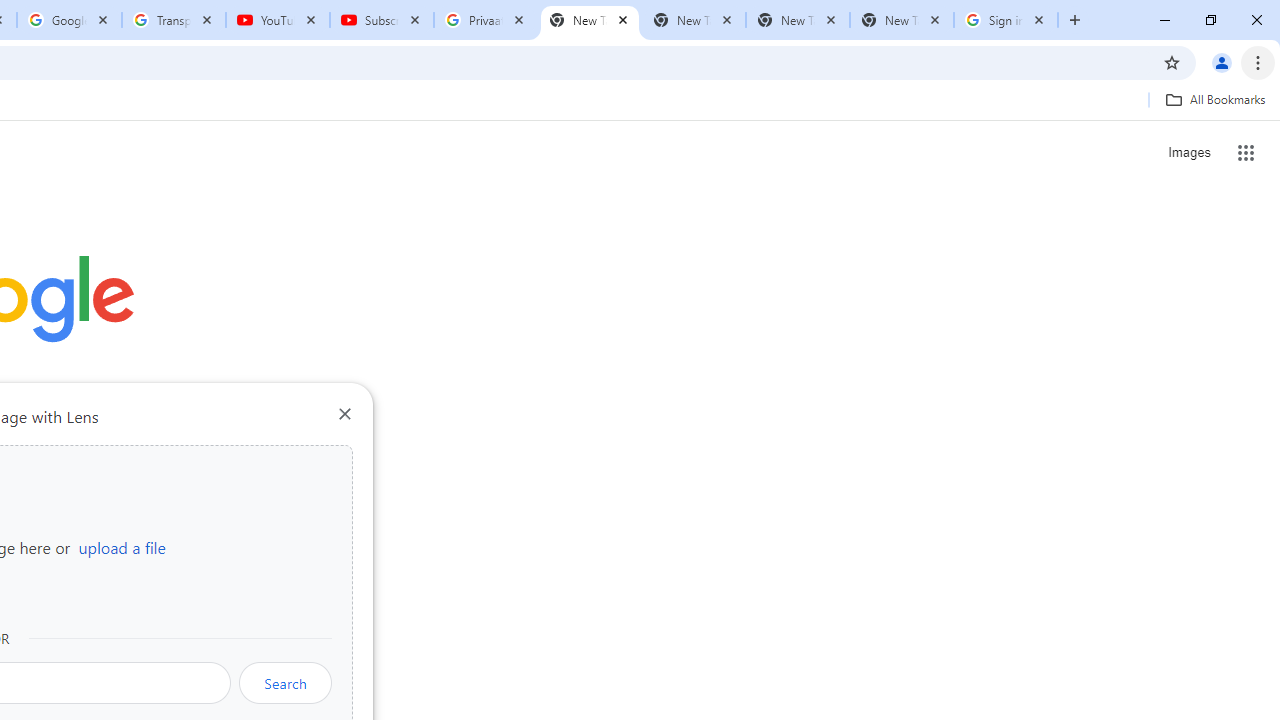 The image size is (1280, 720). Describe the element at coordinates (1006, 20) in the screenshot. I see `'Sign in - Google Accounts'` at that location.